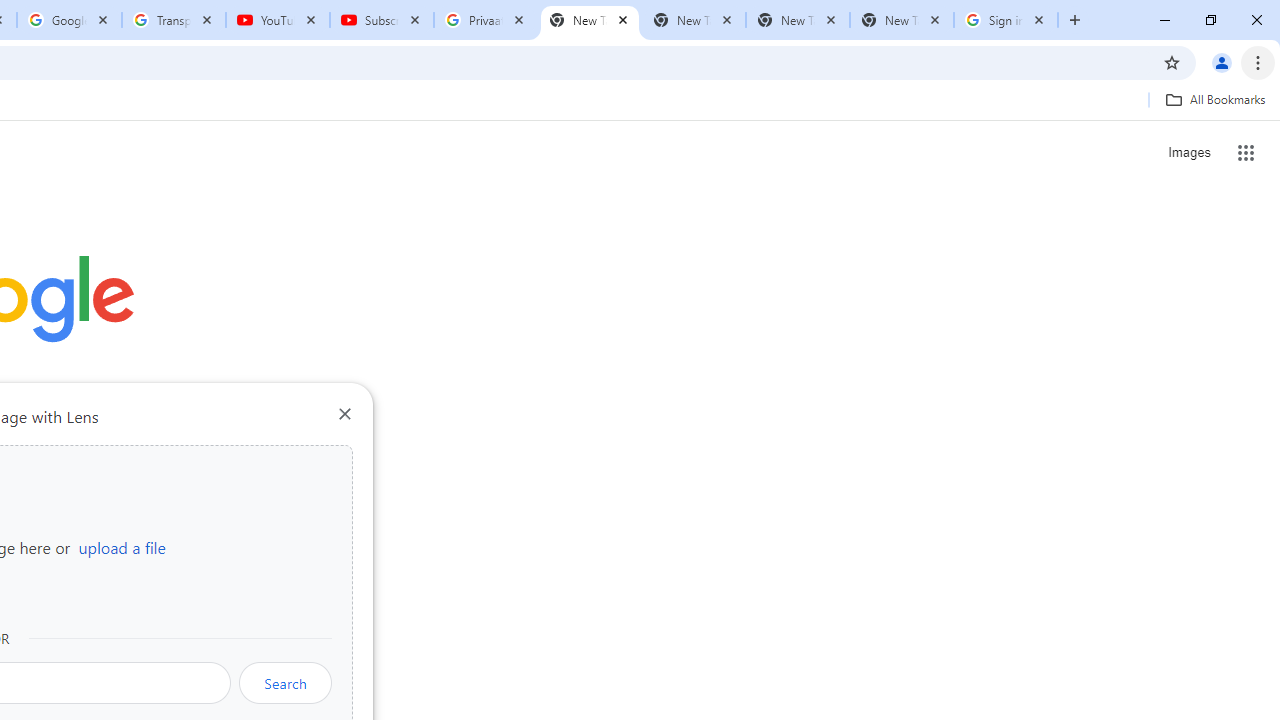 The image size is (1280, 720). Describe the element at coordinates (1006, 20) in the screenshot. I see `'Sign in - Google Accounts'` at that location.